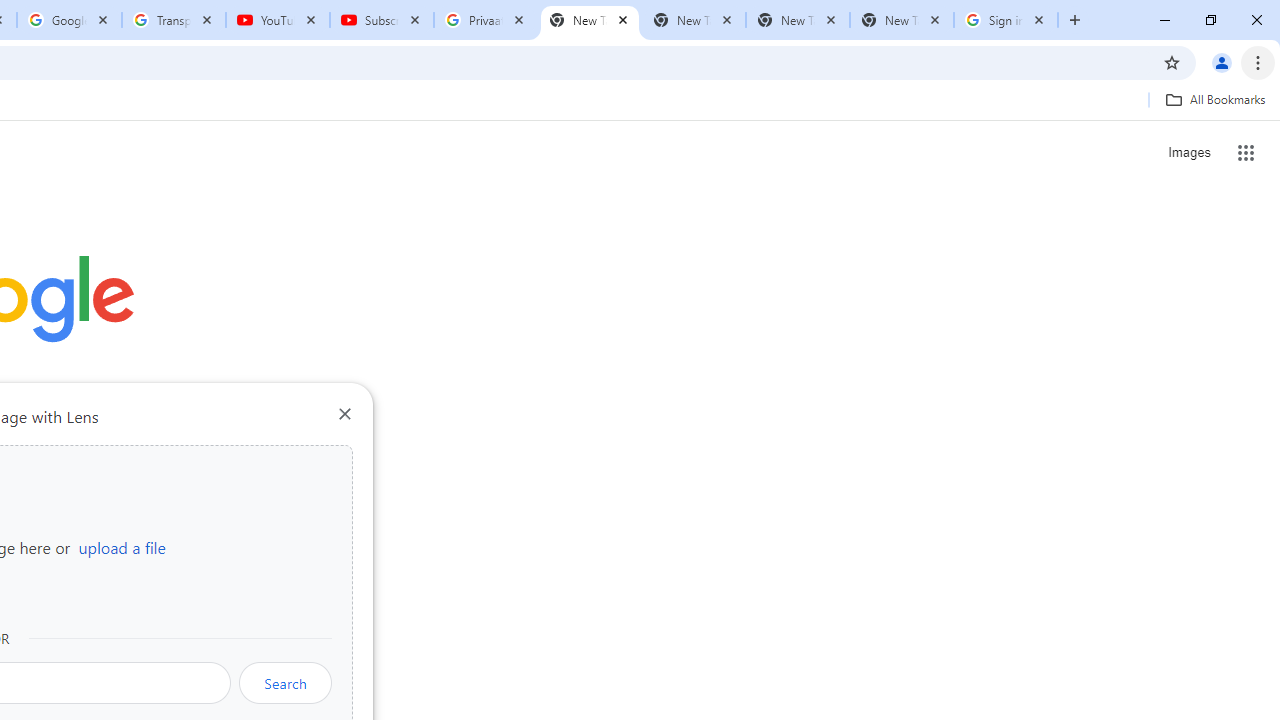 The image size is (1280, 720). Describe the element at coordinates (1006, 20) in the screenshot. I see `'Sign in - Google Accounts'` at that location.